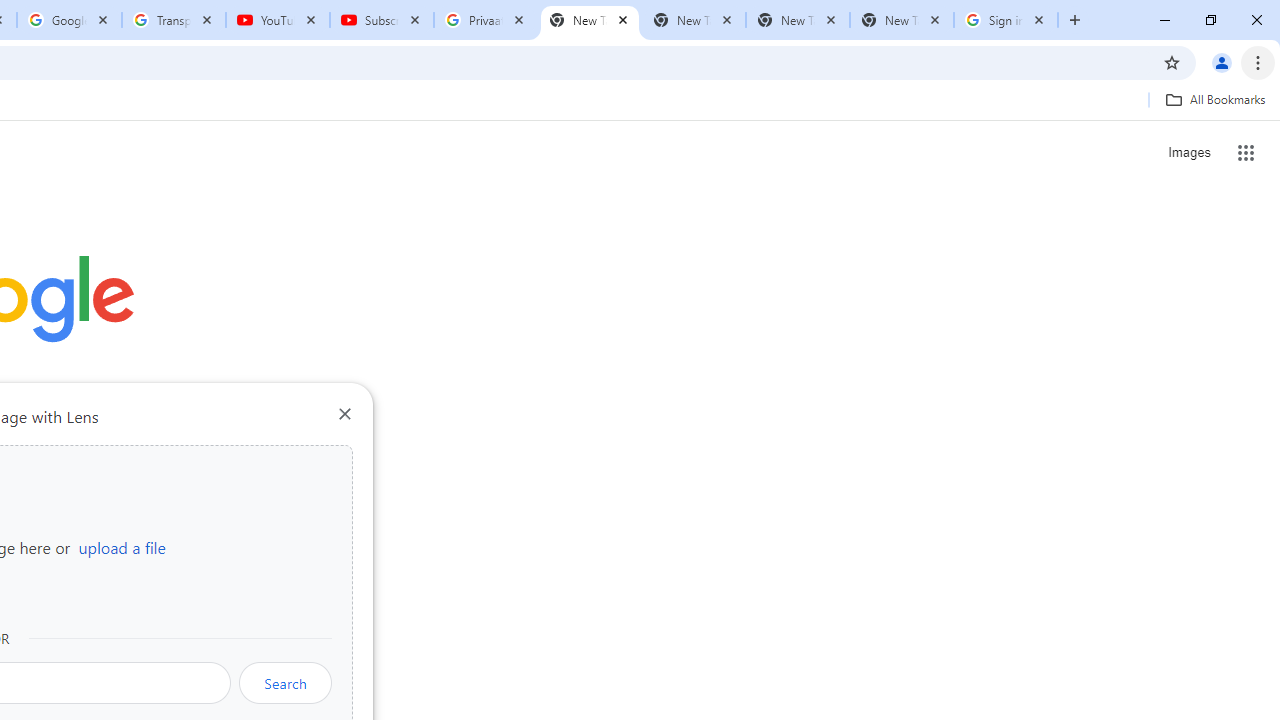 The image size is (1280, 720). Describe the element at coordinates (1006, 20) in the screenshot. I see `'Sign in - Google Accounts'` at that location.